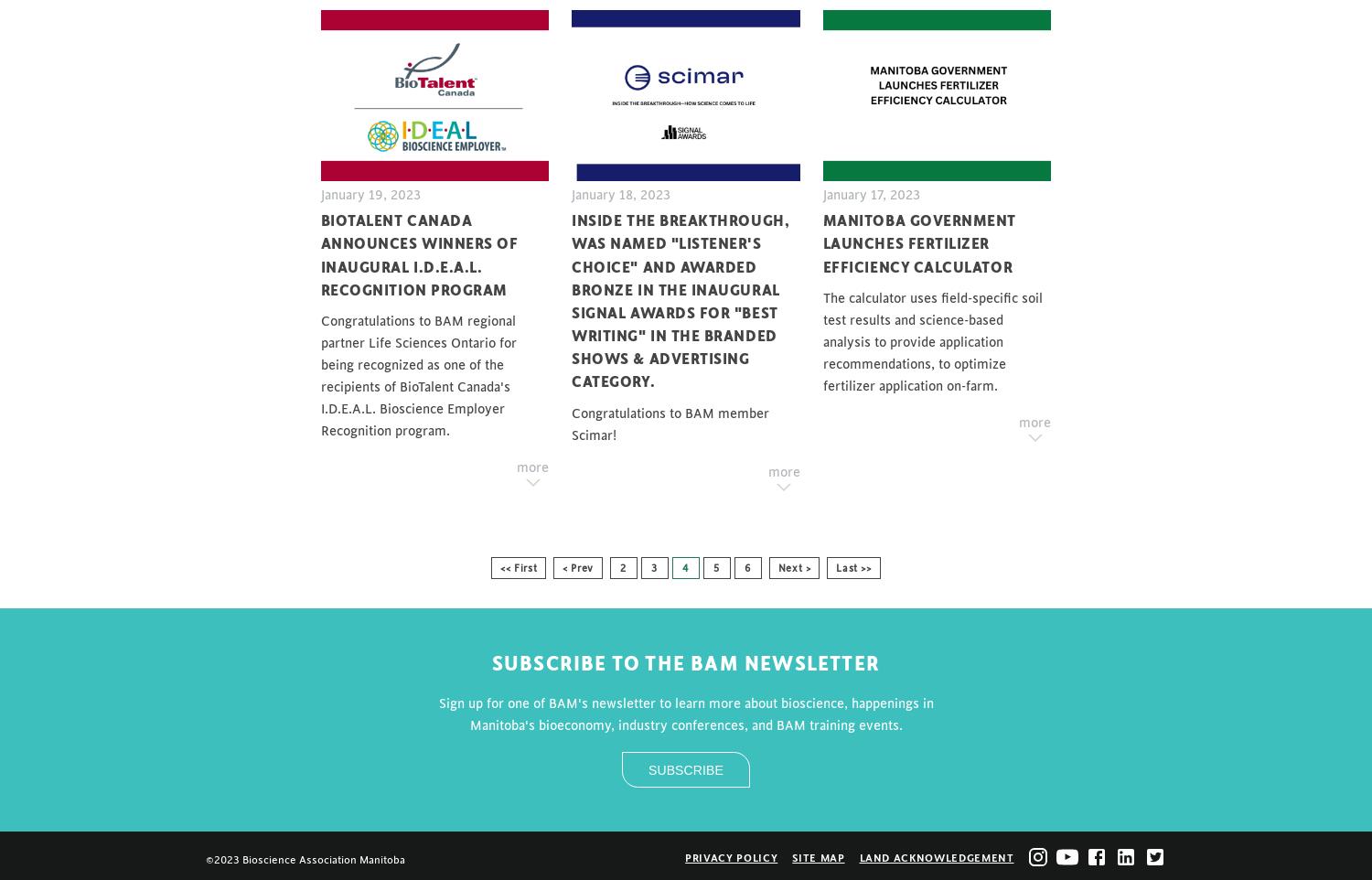 The width and height of the screenshot is (1372, 880). What do you see at coordinates (683, 858) in the screenshot?
I see `'Privacy Policy'` at bounding box center [683, 858].